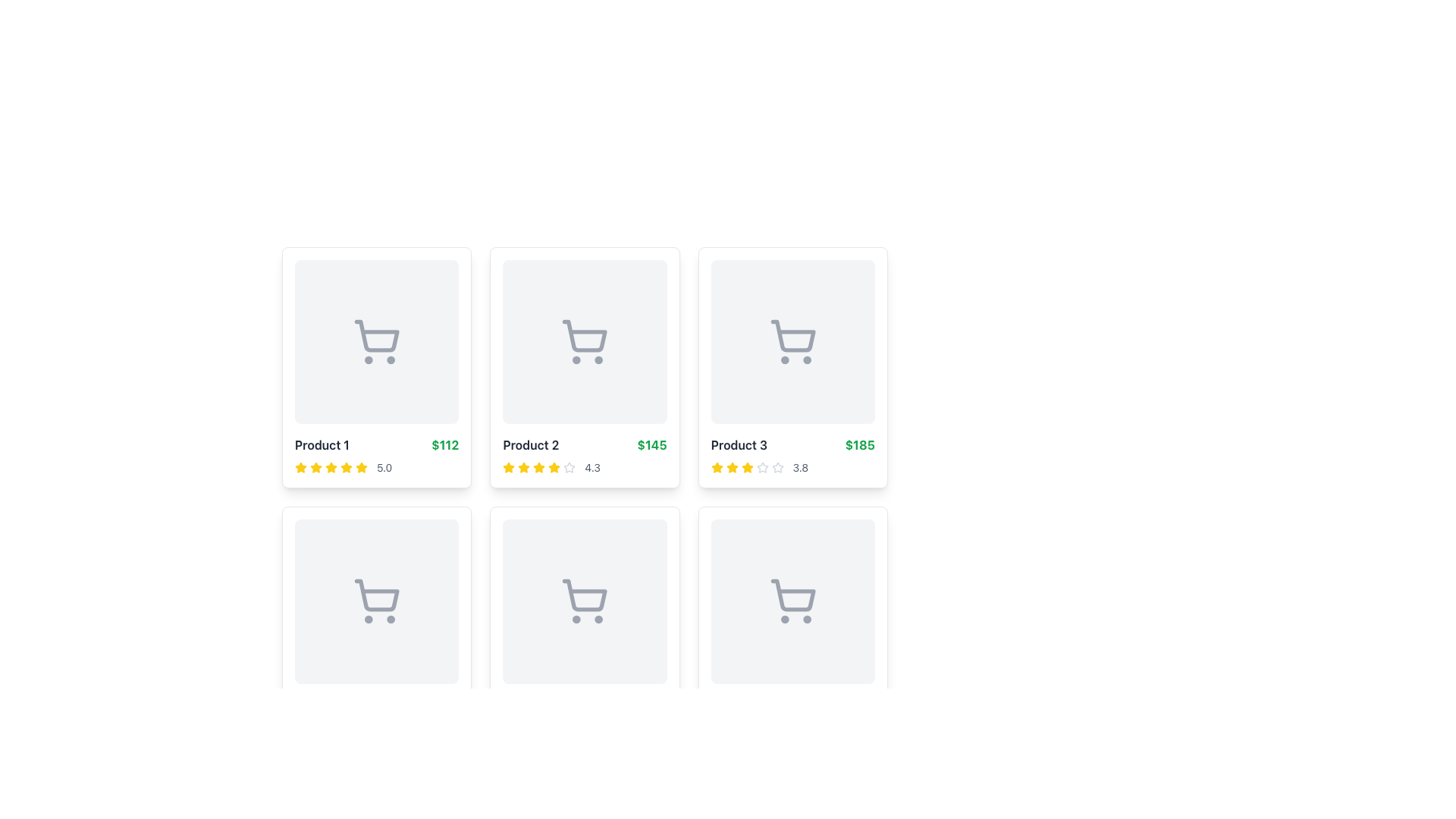 Image resolution: width=1456 pixels, height=819 pixels. Describe the element at coordinates (584, 368) in the screenshot. I see `the second product card in the grid layout` at that location.